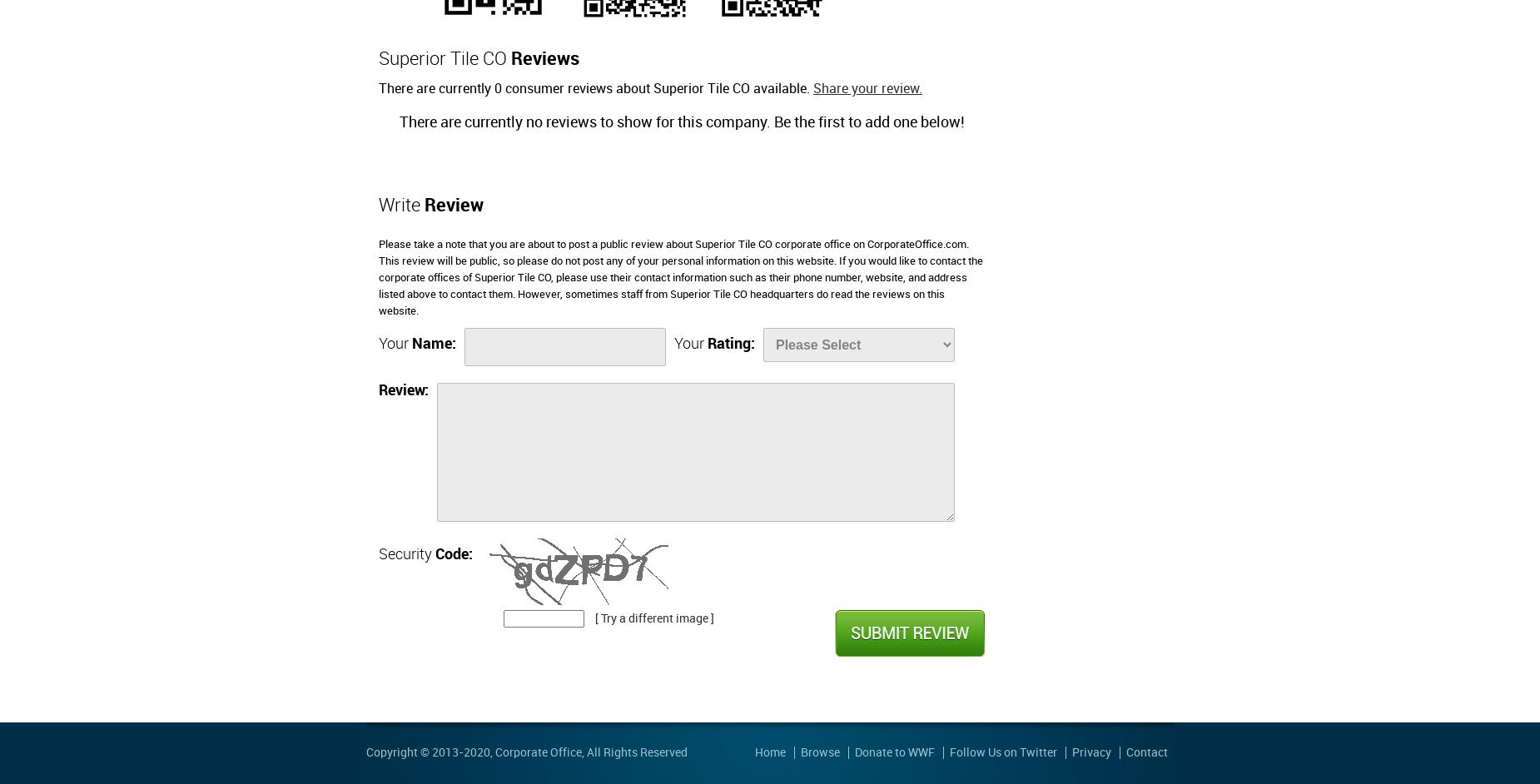  I want to click on 'Name:', so click(434, 344).